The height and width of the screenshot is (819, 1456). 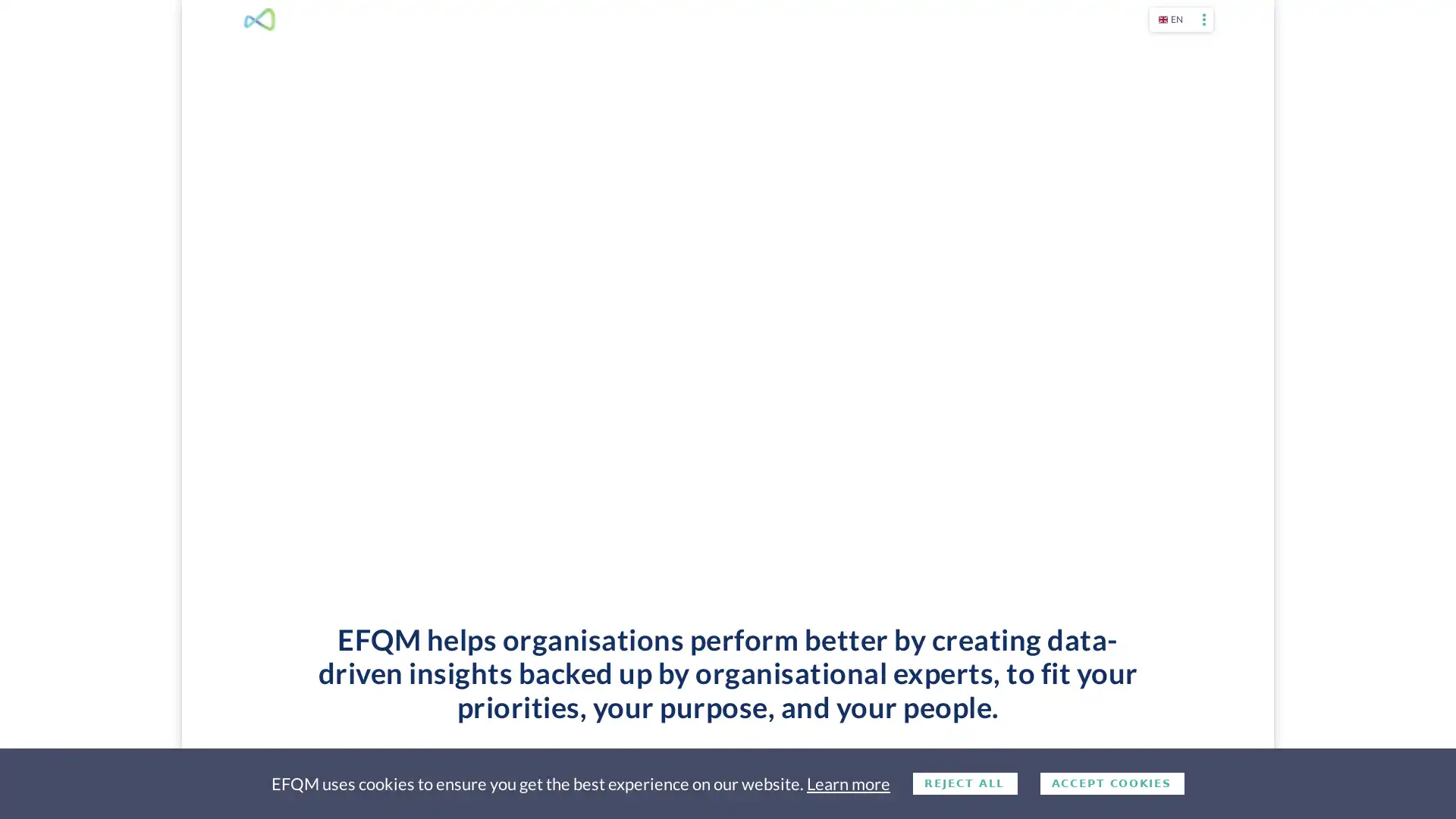 I want to click on SHOP, so click(x=768, y=20).